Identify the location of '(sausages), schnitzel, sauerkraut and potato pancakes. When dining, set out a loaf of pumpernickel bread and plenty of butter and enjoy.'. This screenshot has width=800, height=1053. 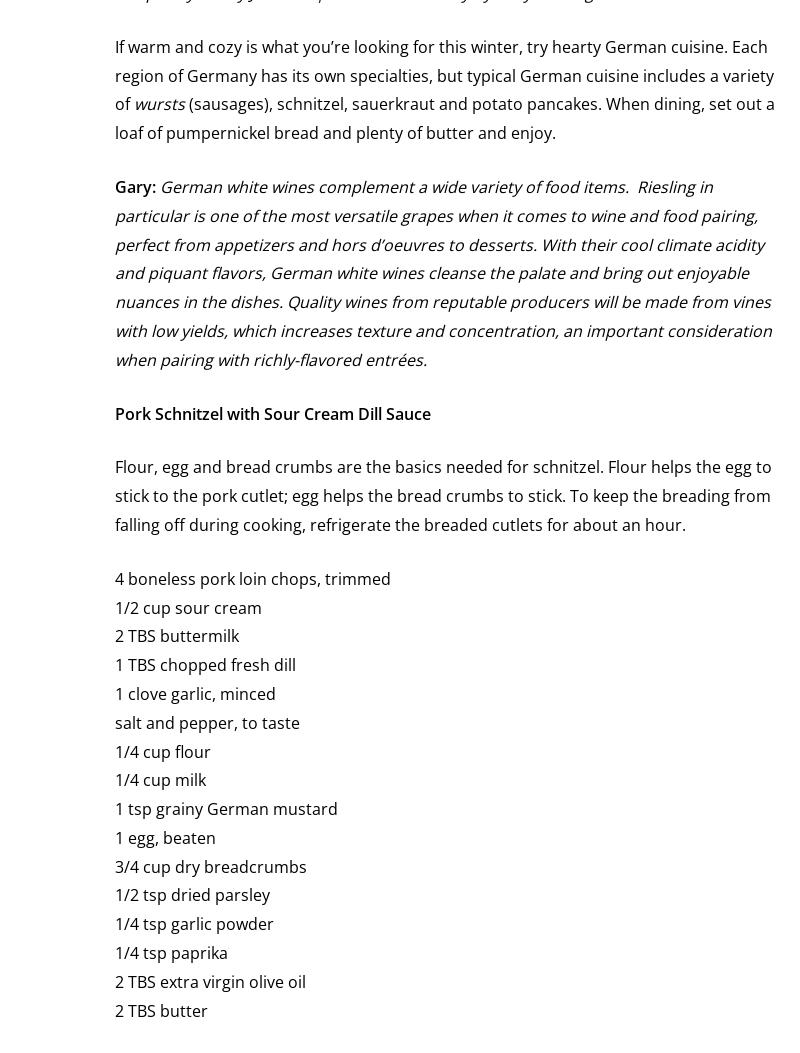
(444, 118).